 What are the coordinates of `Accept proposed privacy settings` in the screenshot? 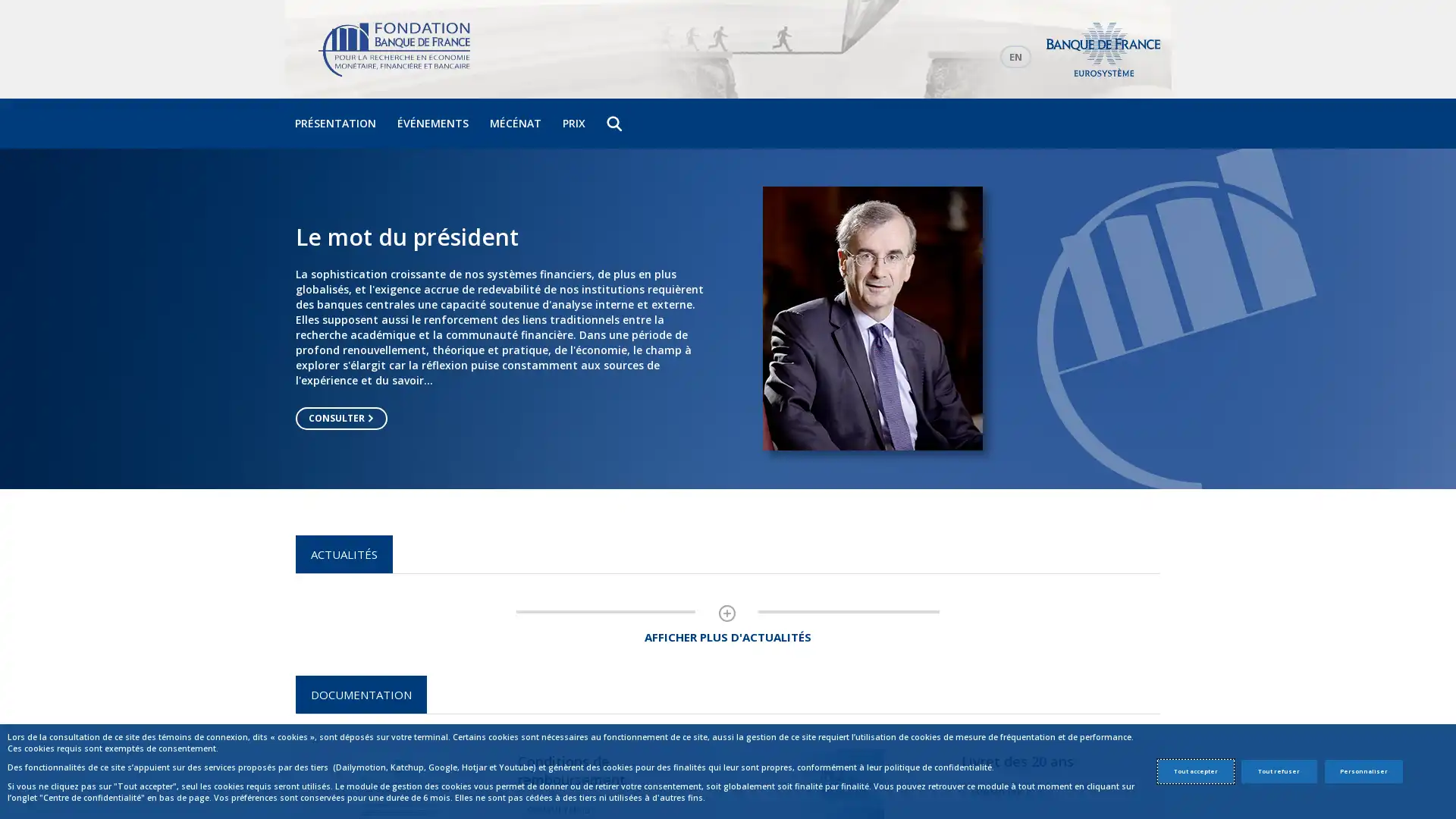 It's located at (1194, 771).